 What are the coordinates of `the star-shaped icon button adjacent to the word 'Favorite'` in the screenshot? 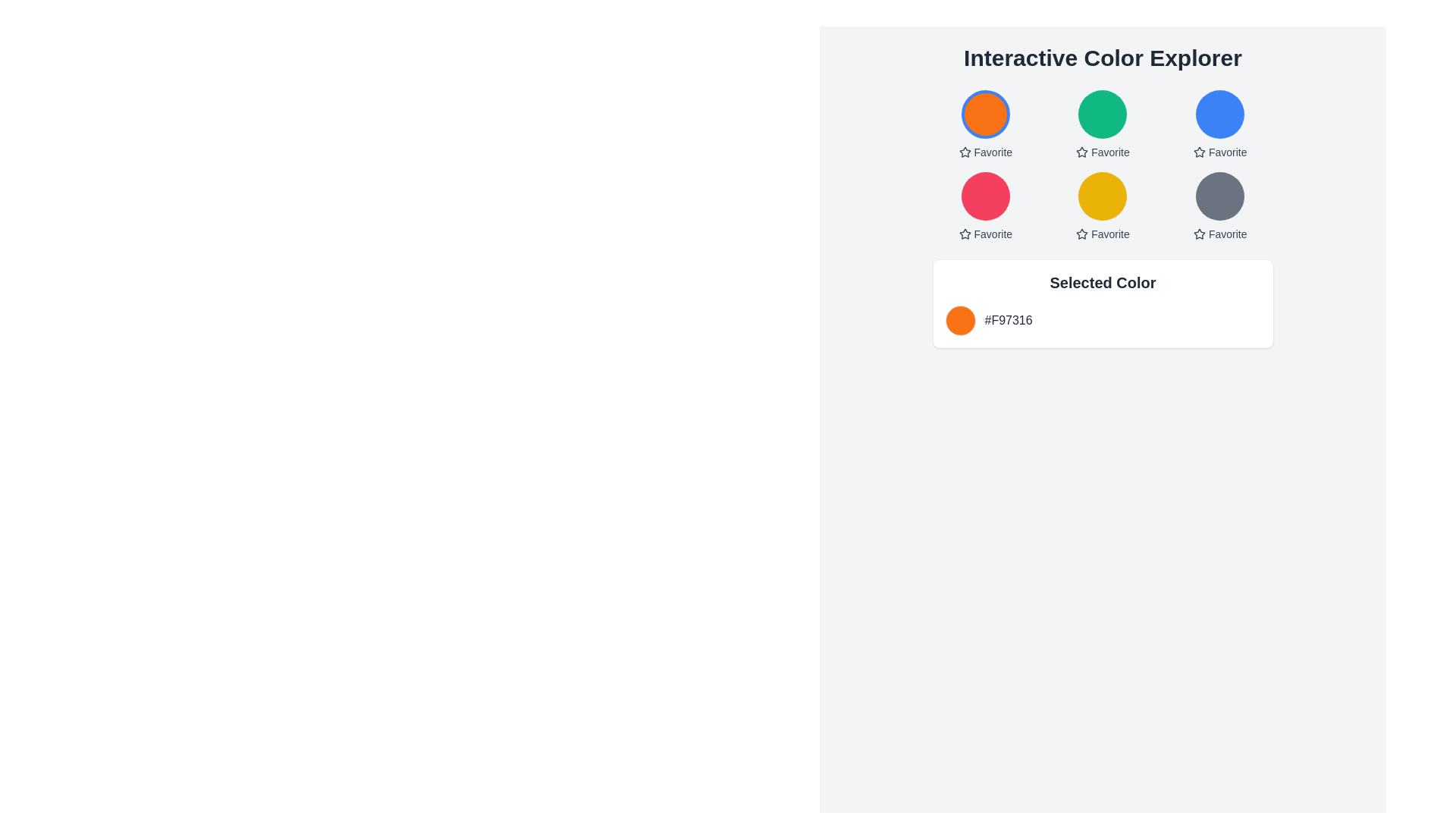 It's located at (1081, 152).